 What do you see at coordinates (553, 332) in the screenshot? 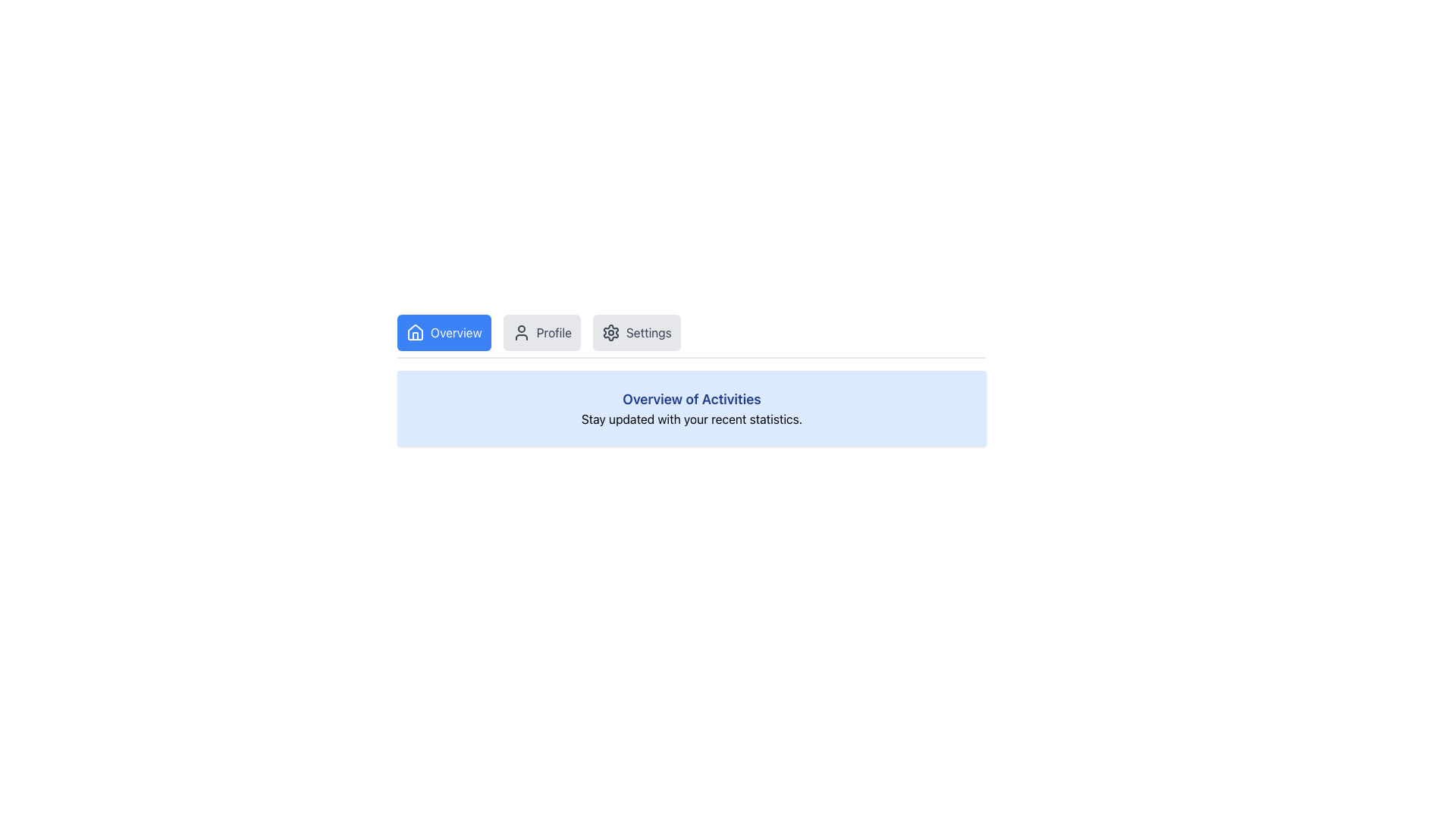
I see `the 'Profile' button in the navigation menu to navigate to the profile section` at bounding box center [553, 332].